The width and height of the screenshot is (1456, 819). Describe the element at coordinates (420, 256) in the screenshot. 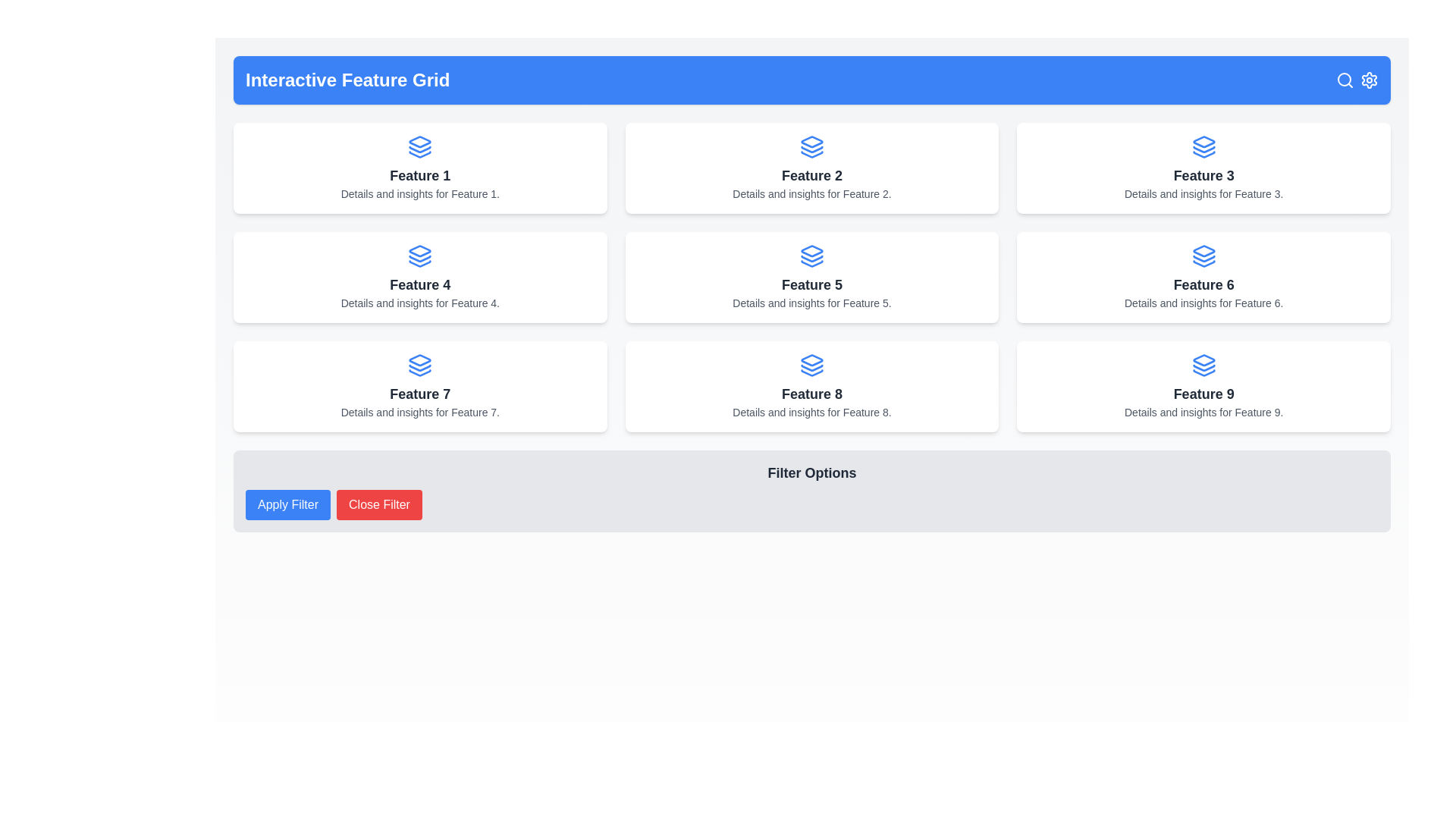

I see `the topmost icon in the block labeled 'Feature 4', which is located in the second row, first column of the grid layout` at that location.